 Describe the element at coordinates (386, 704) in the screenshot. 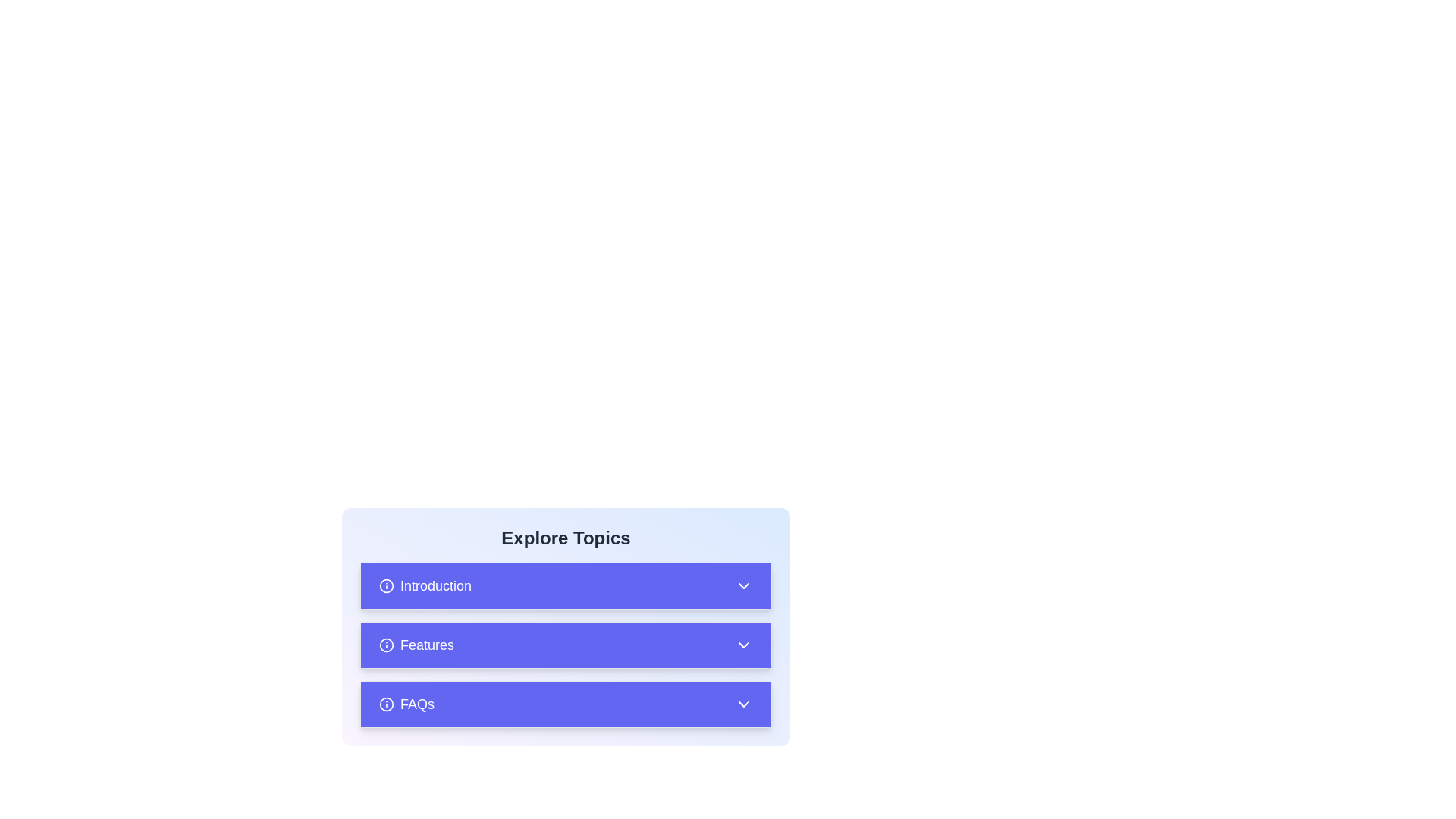

I see `the circular graphical component next to the 'FAQs' button in the 'Explore Topics' section` at that location.